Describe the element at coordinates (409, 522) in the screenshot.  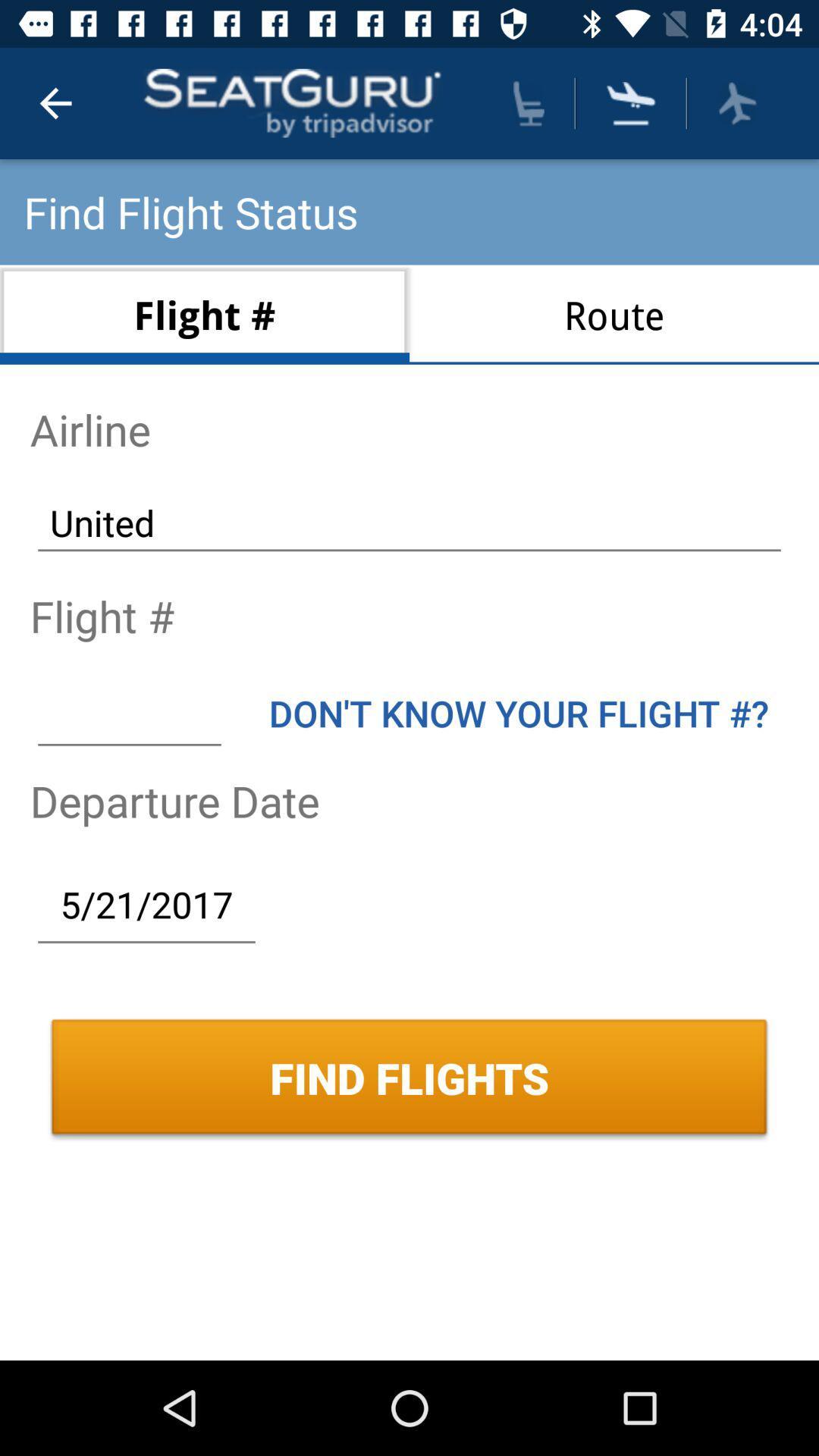
I see `the item above flight #` at that location.